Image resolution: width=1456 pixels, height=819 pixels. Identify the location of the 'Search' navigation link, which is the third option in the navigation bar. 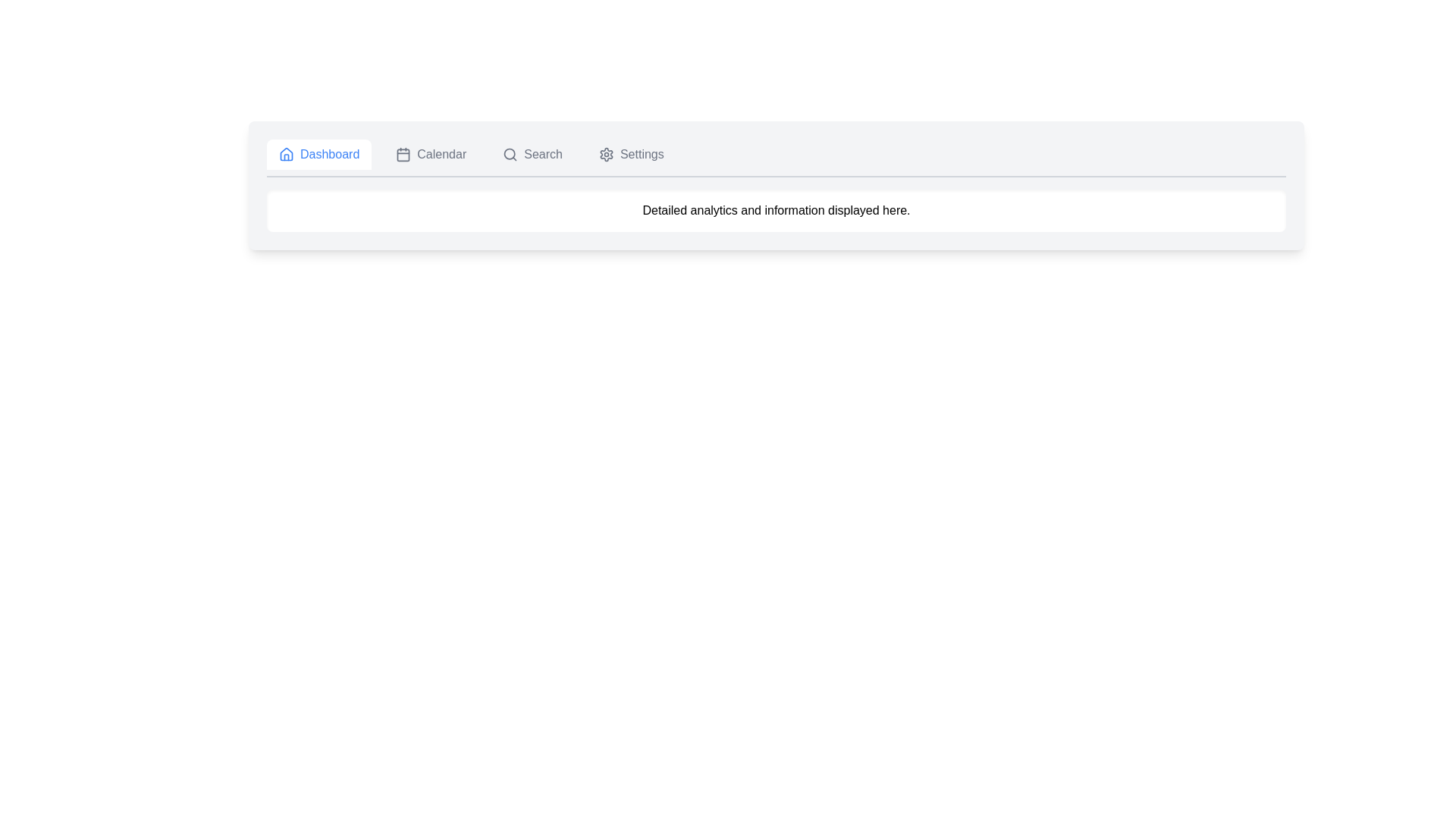
(532, 155).